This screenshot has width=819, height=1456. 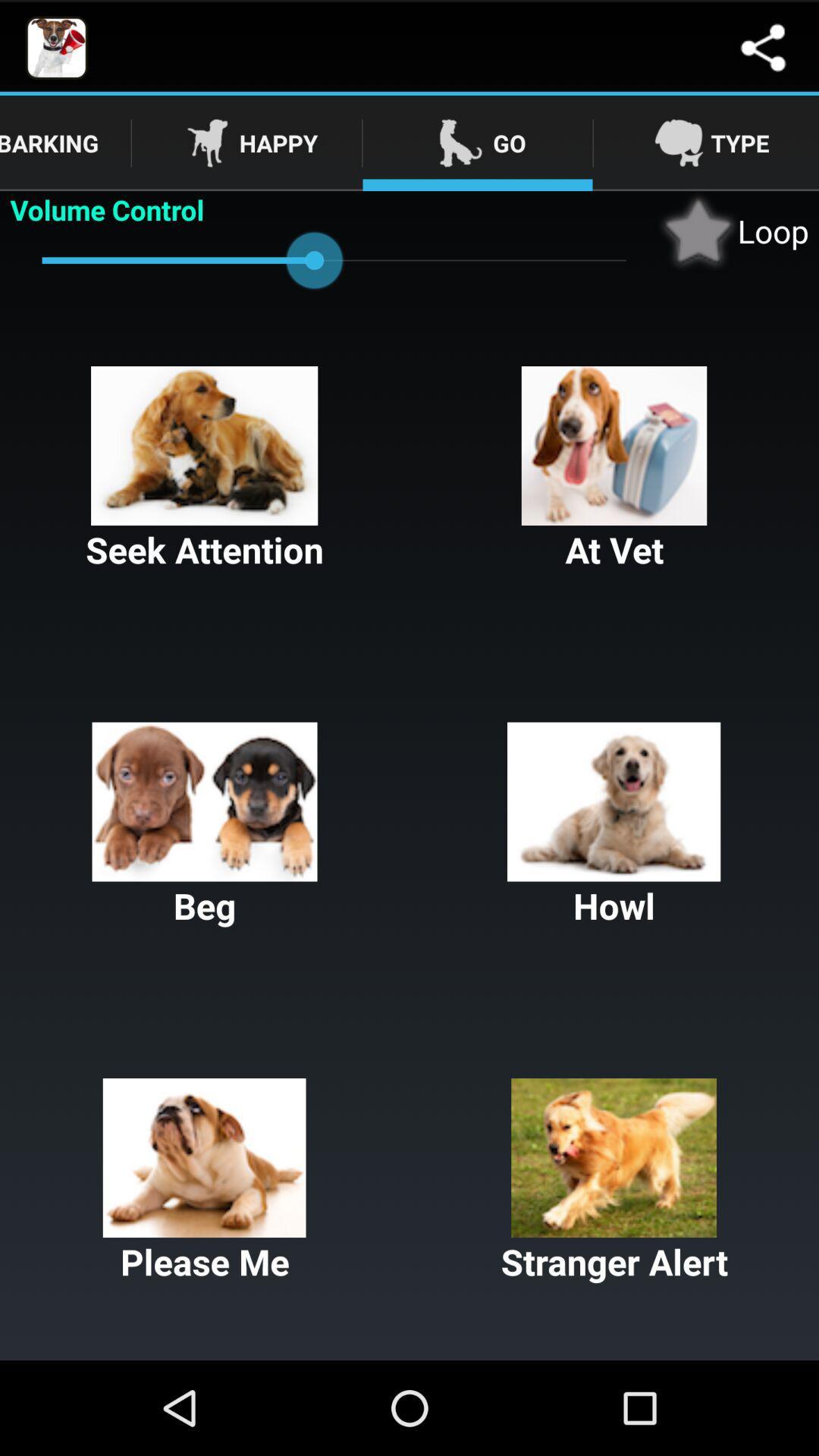 What do you see at coordinates (205, 825) in the screenshot?
I see `button to the left of the howl item` at bounding box center [205, 825].